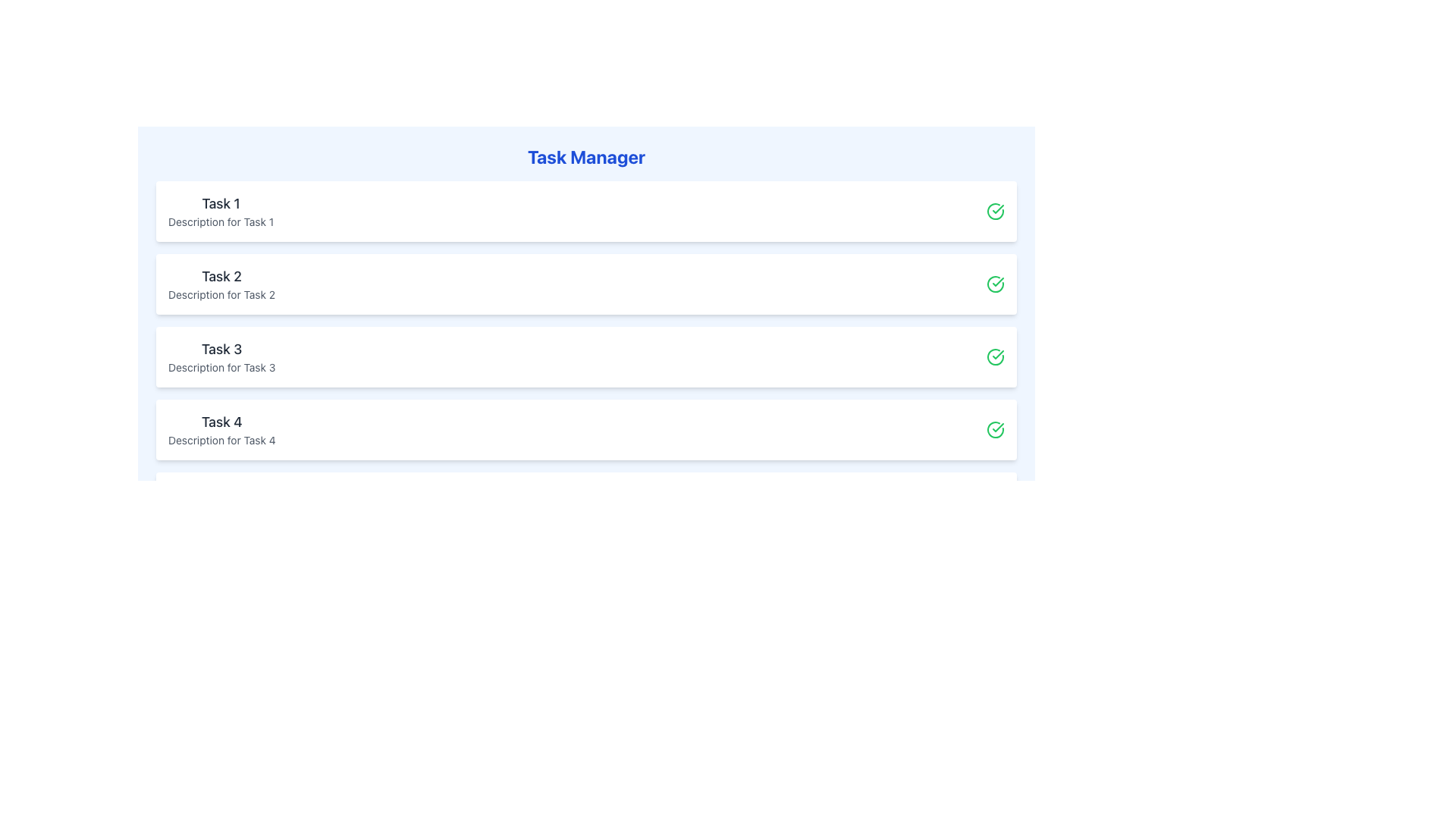 This screenshot has height=819, width=1456. What do you see at coordinates (585, 430) in the screenshot?
I see `to select the task represented by the fourth item in the task management list, which is located between 'Task 3' and 'Task 5'` at bounding box center [585, 430].